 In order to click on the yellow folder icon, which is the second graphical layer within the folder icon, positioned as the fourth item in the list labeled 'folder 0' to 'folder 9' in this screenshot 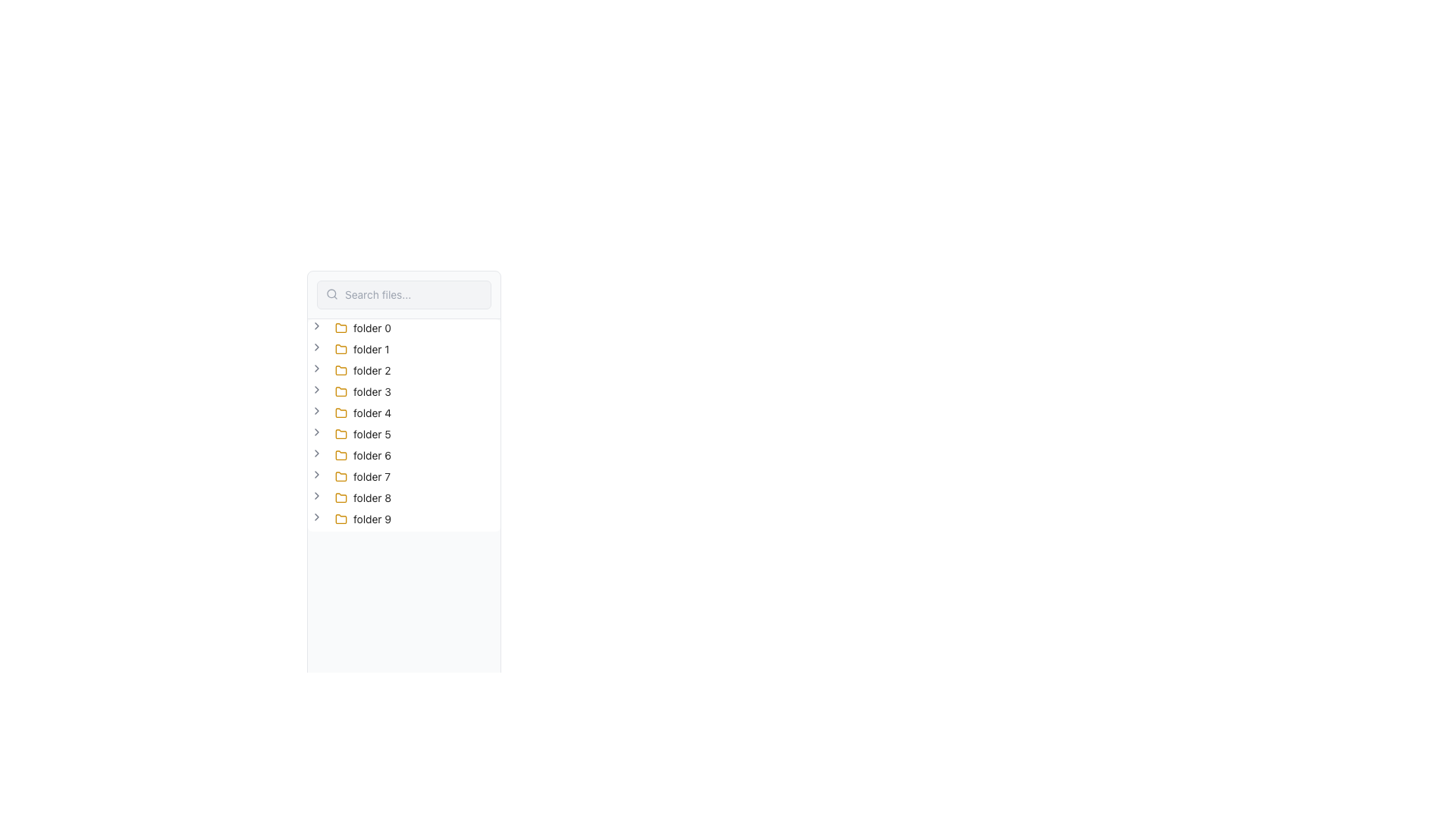, I will do `click(340, 391)`.